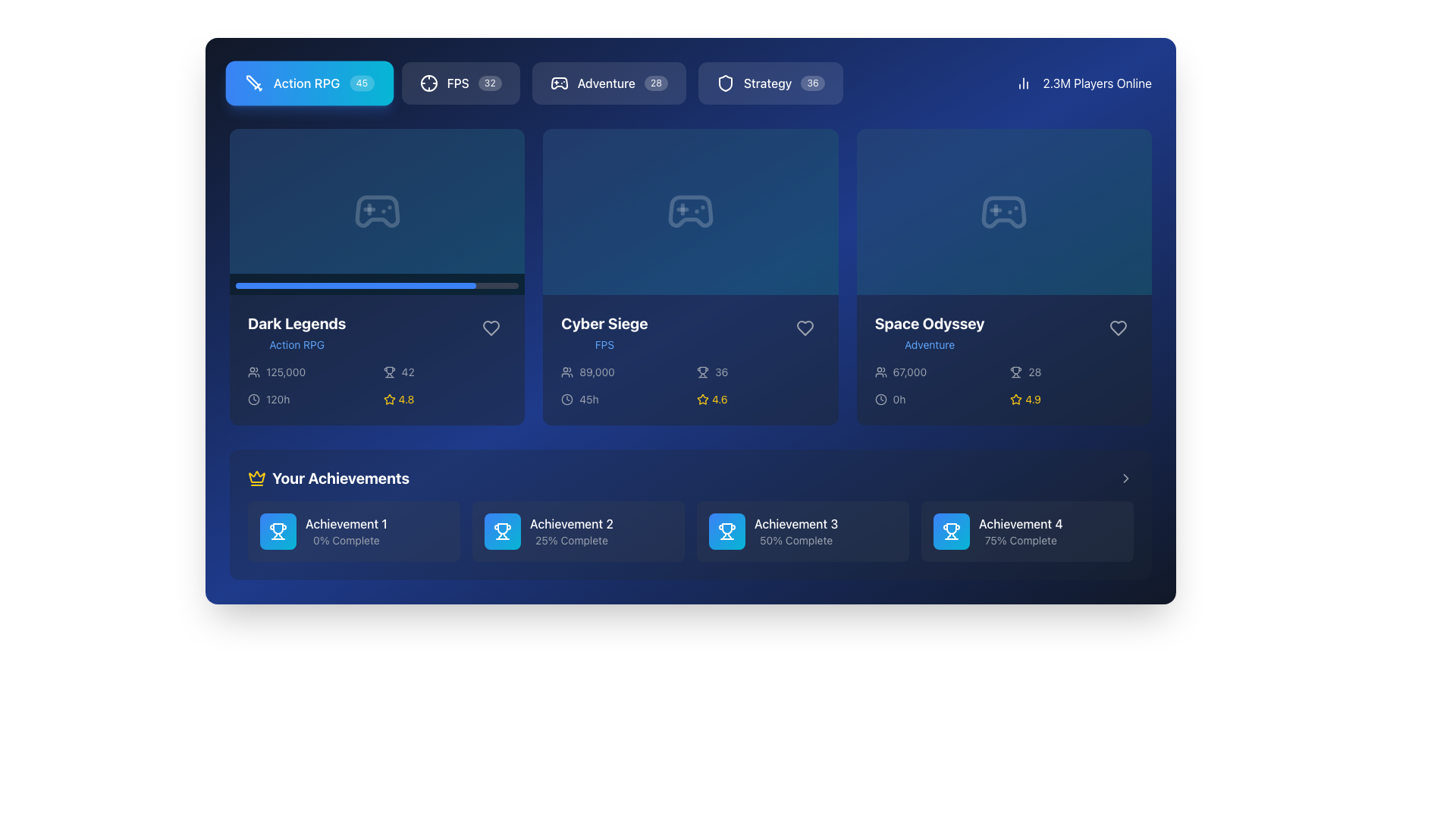  I want to click on the circular SVG shape that forms the boundary of the clock icon located at the bottom section of the interface, so click(254, 397).